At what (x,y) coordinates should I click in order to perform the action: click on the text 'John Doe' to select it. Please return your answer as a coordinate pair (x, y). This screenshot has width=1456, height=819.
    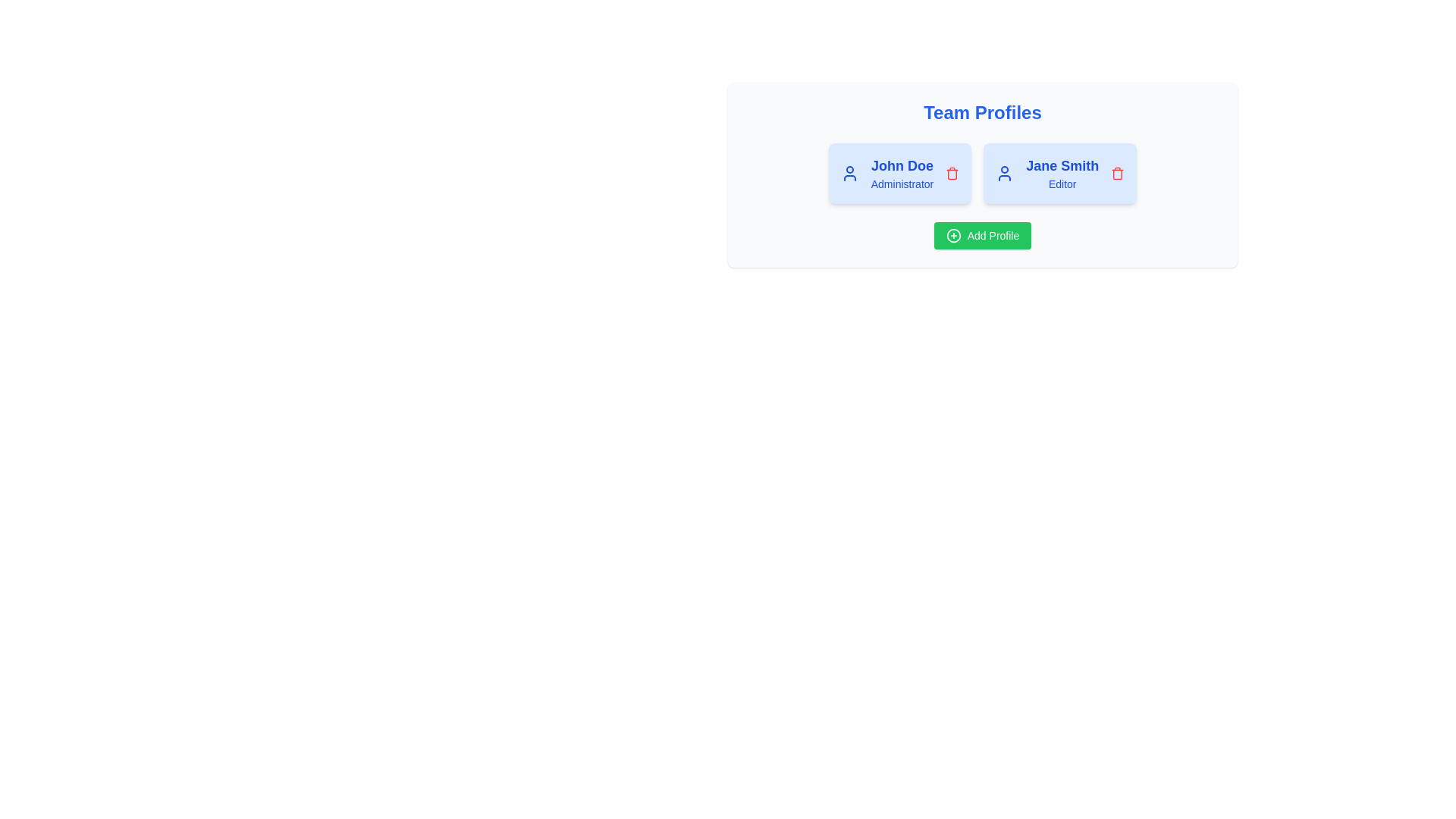
    Looking at the image, I should click on (902, 166).